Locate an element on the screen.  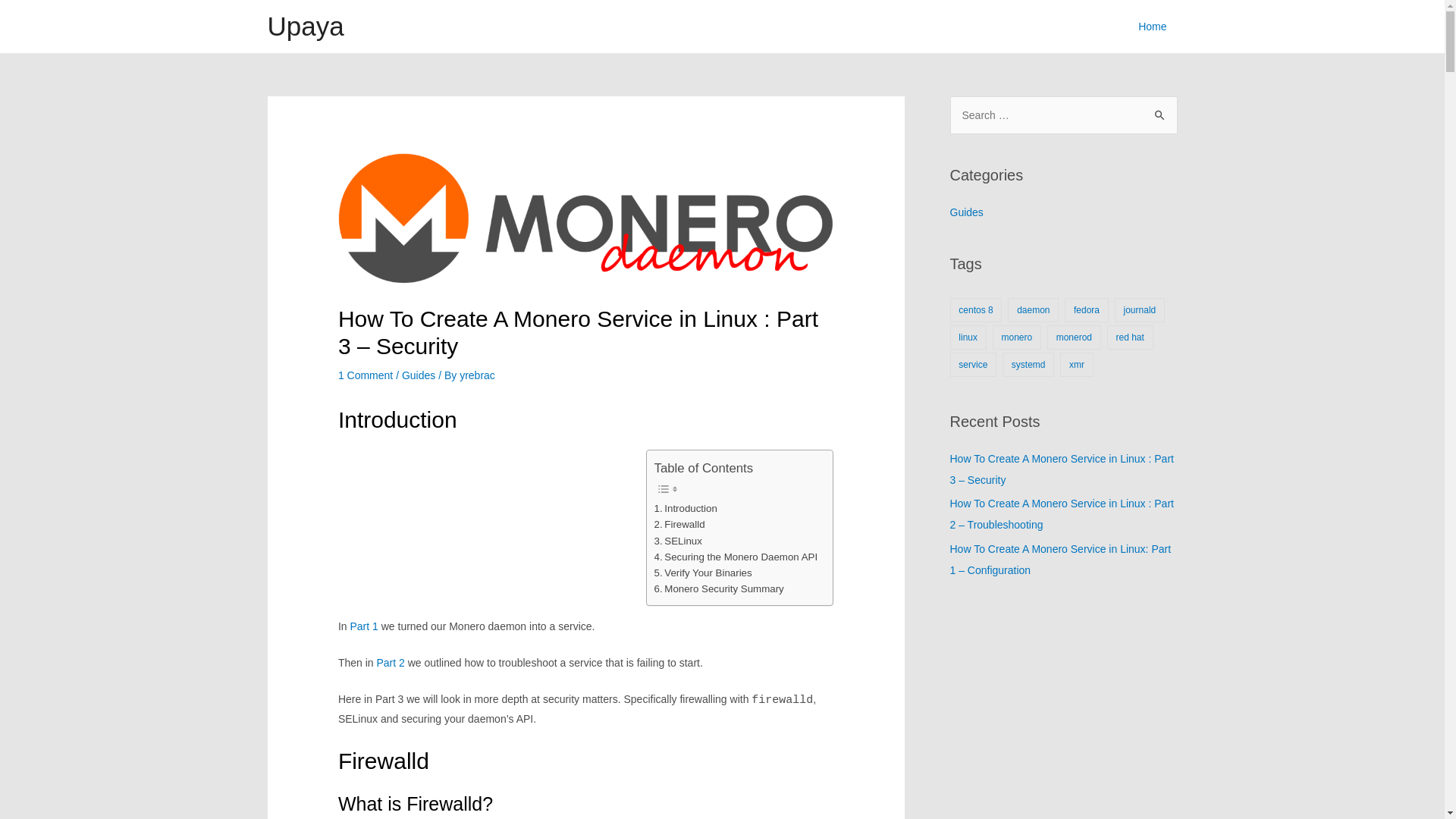
'monerod' is located at coordinates (1073, 336).